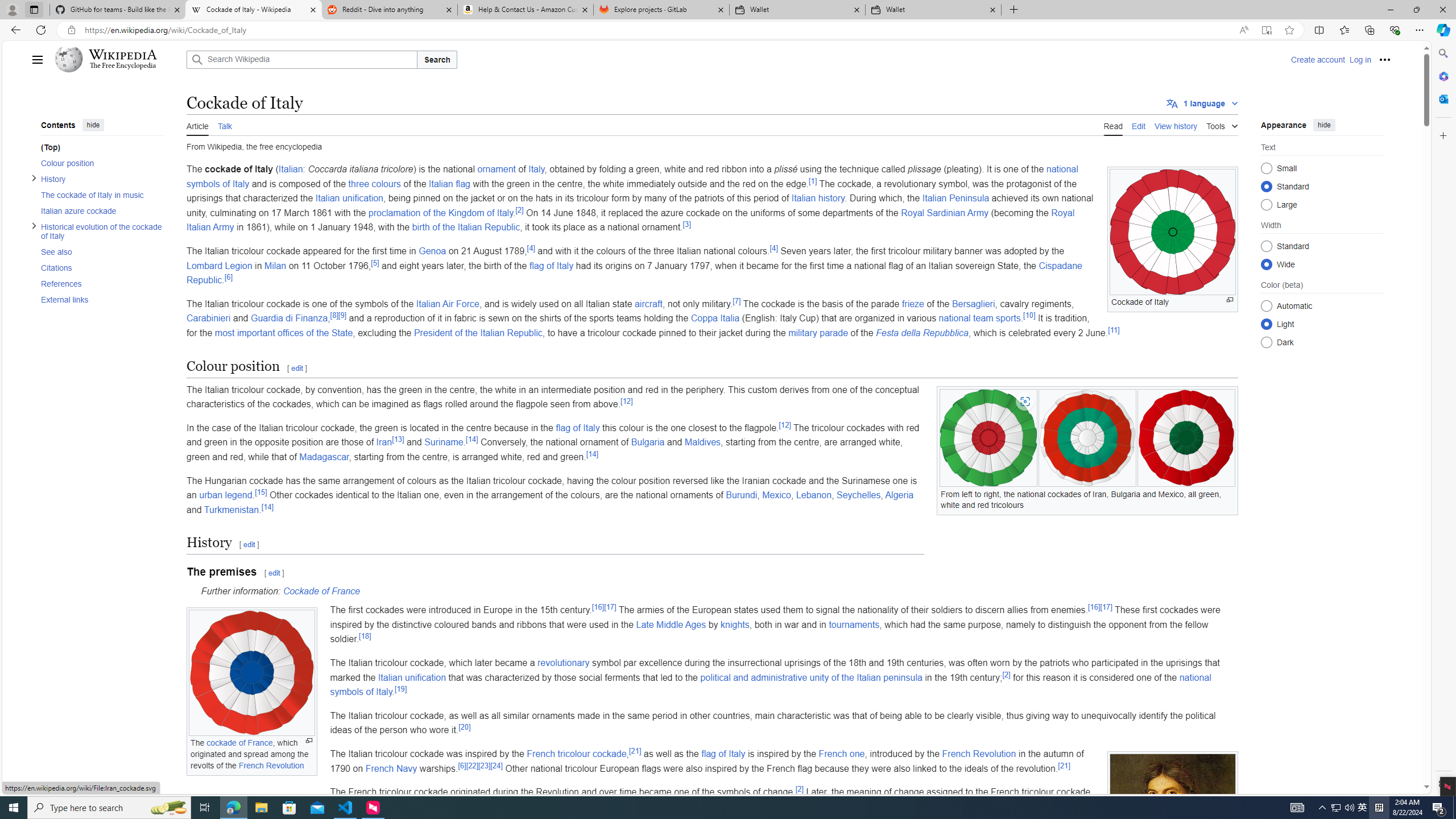 The height and width of the screenshot is (819, 1456). I want to click on 'See also', so click(97, 251).